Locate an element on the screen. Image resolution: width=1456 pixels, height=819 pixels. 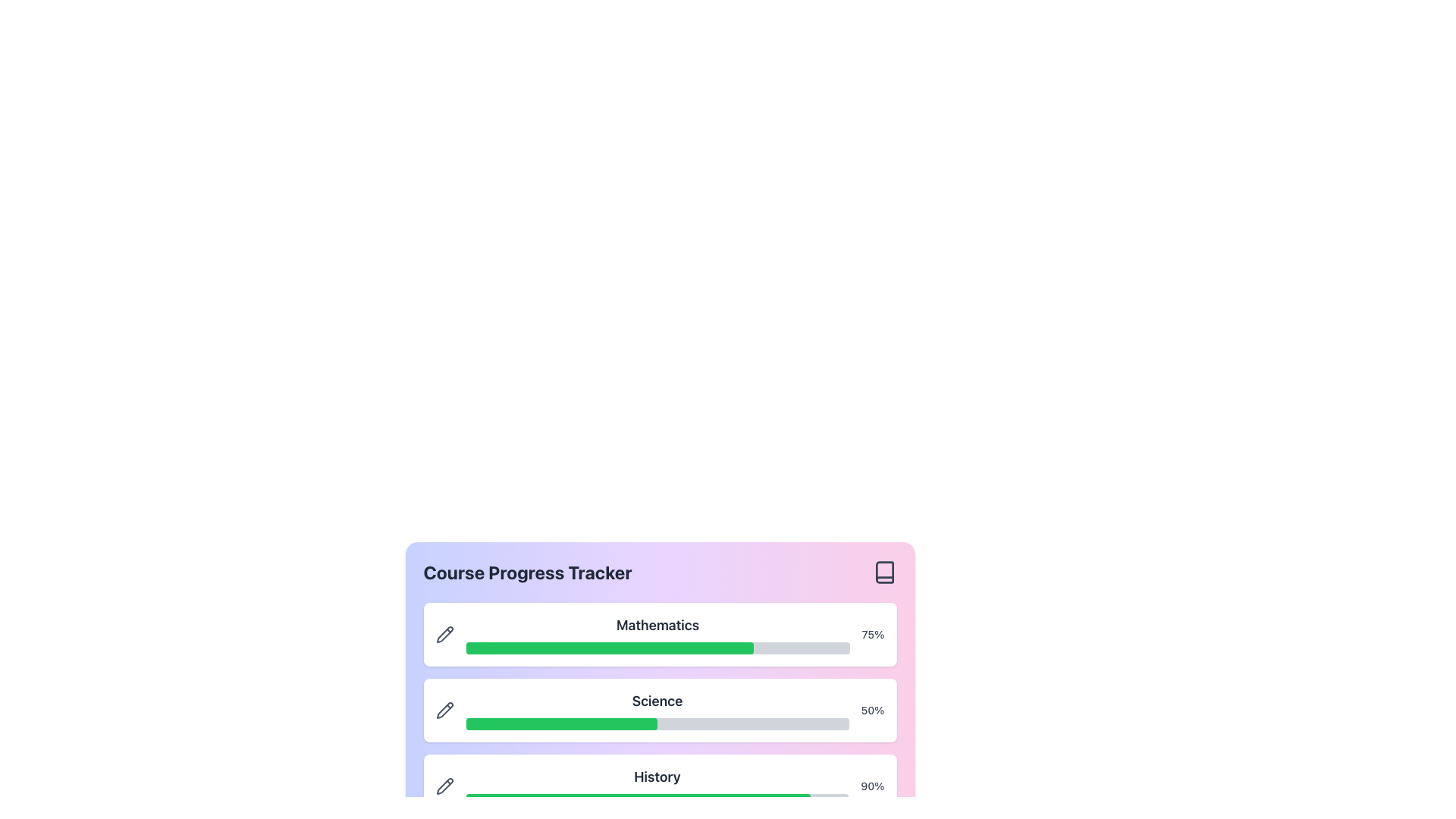
the text label that displays the completion percentage of the progress bar for the 'History' course, located at the right end of the progress card adjacent to the filled green progress bar is located at coordinates (872, 786).